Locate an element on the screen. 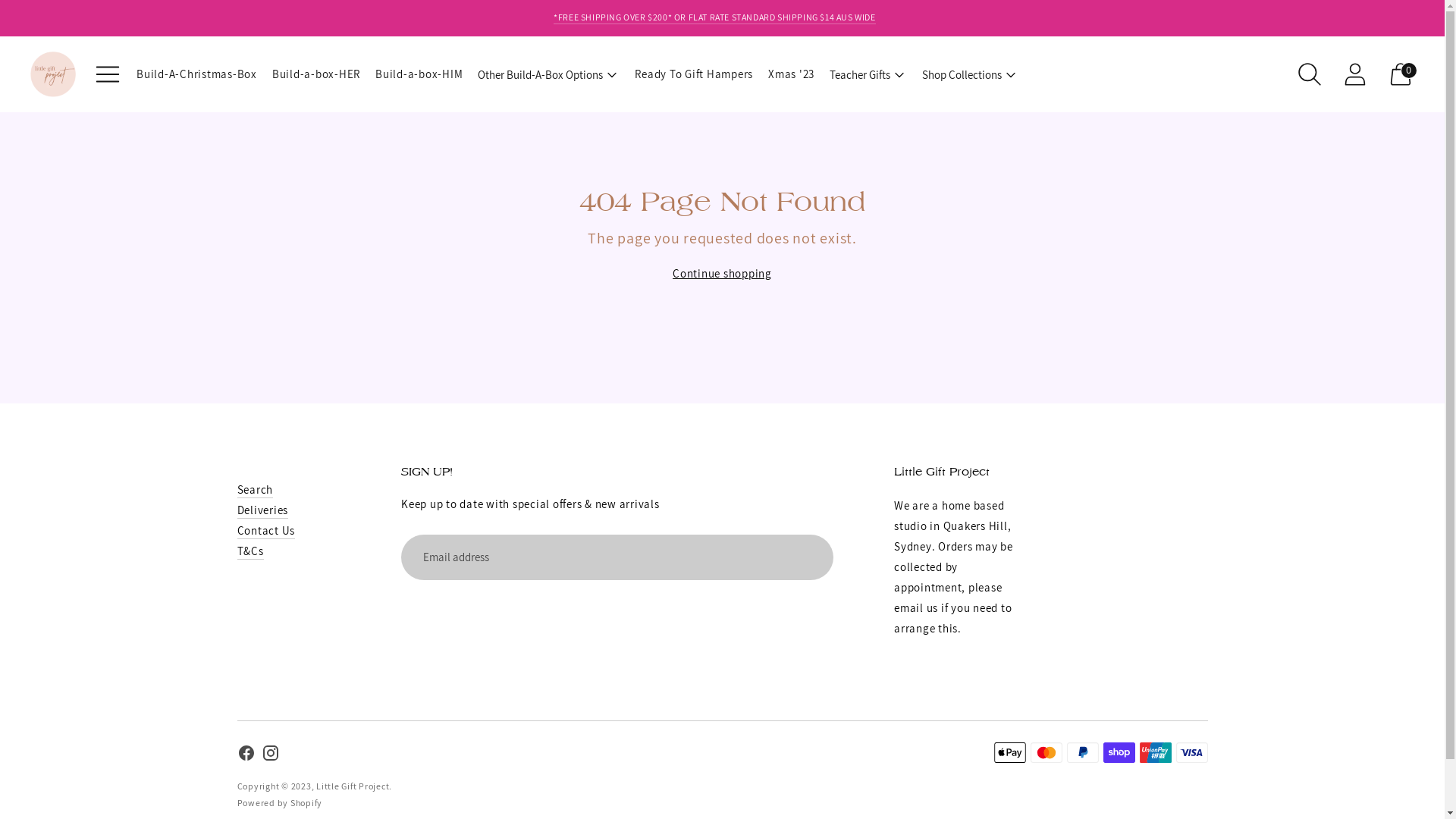 The height and width of the screenshot is (819, 1456). 'Little Gift Project on Facebook' is located at coordinates (236, 755).